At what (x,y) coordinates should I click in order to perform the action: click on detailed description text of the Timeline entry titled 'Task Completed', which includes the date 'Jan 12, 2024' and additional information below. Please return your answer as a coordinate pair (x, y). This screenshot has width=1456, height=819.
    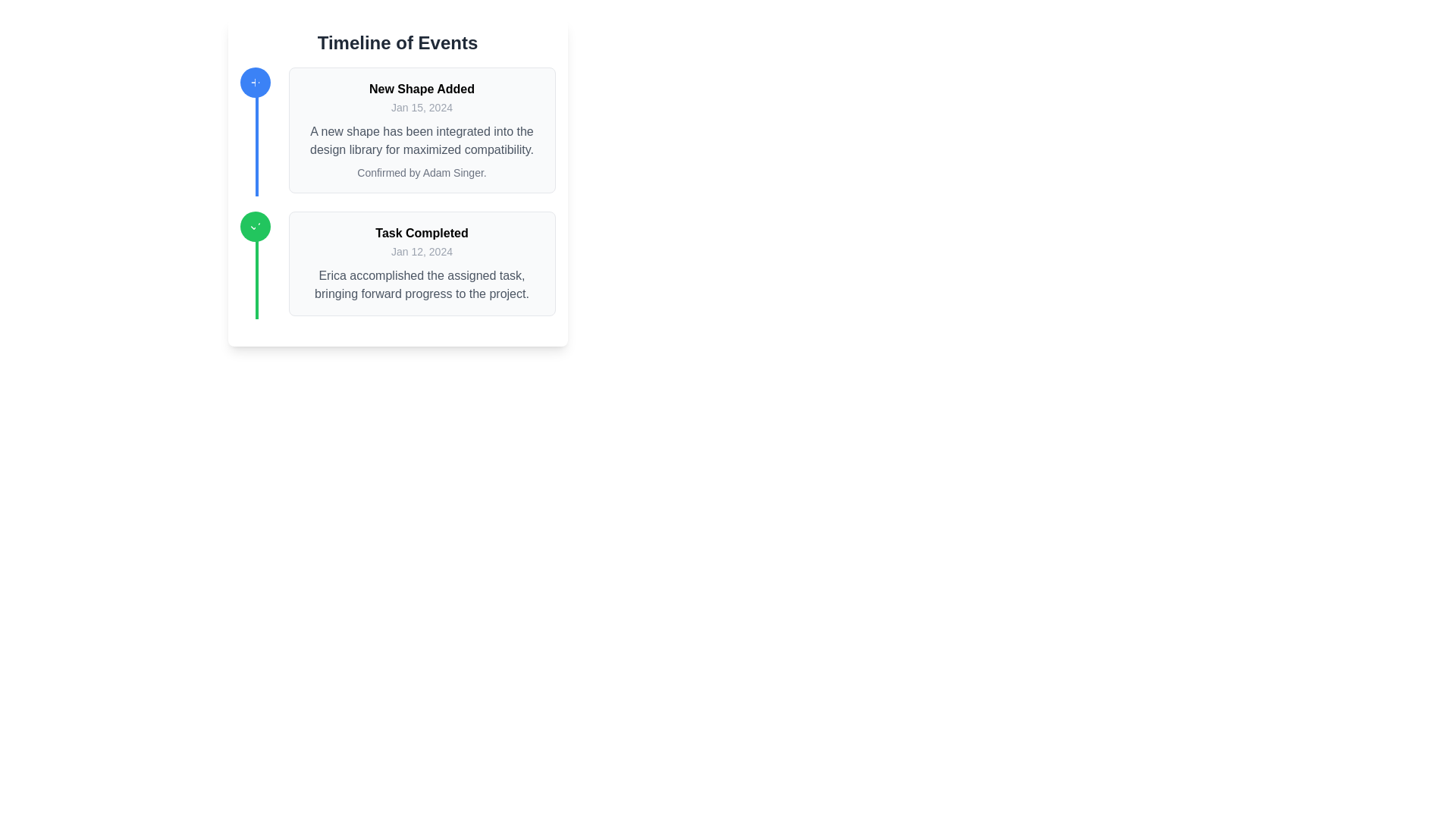
    Looking at the image, I should click on (397, 262).